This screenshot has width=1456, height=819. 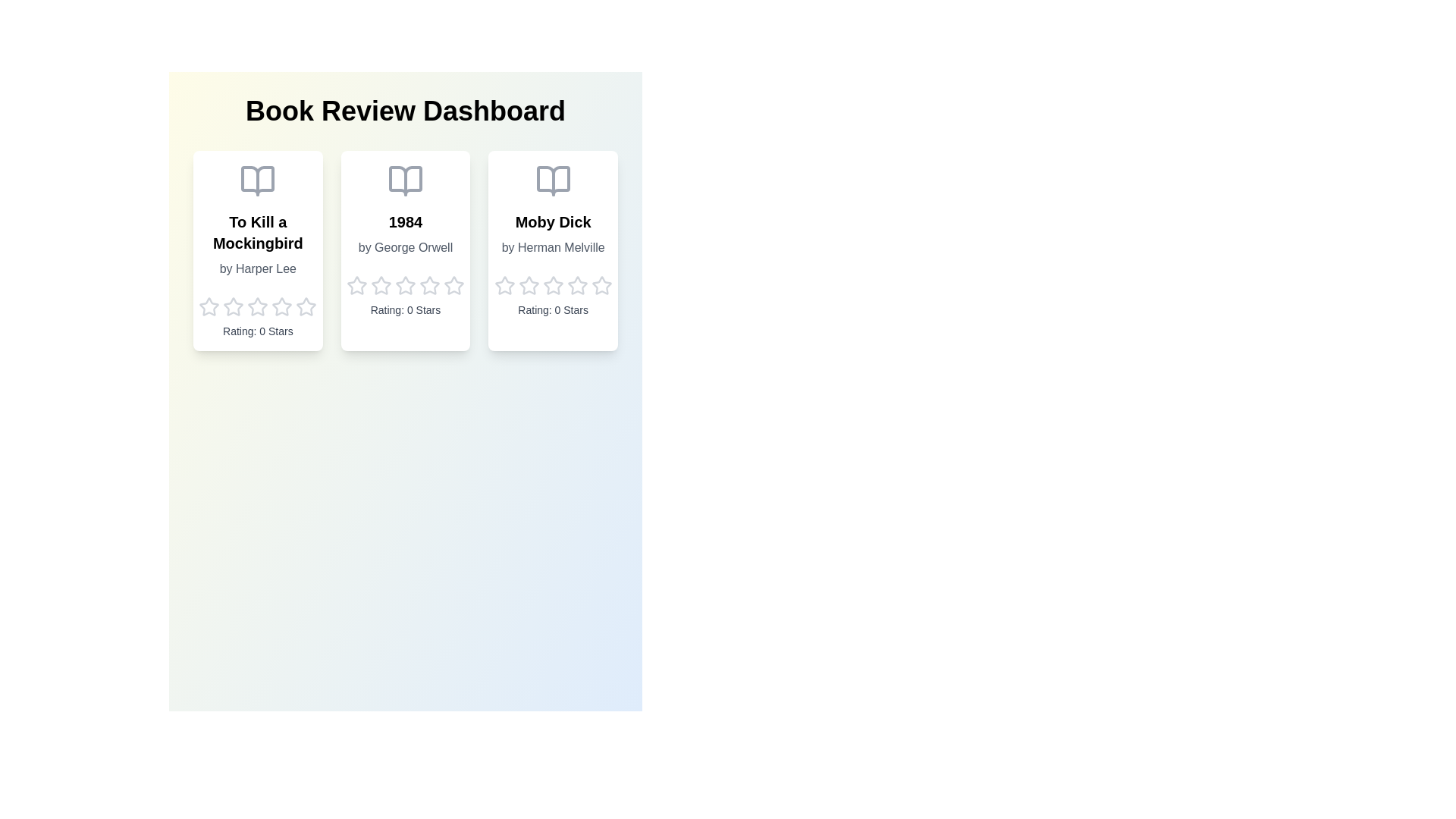 What do you see at coordinates (552, 286) in the screenshot?
I see `the star icon corresponding to the rating 3 for the book 3` at bounding box center [552, 286].